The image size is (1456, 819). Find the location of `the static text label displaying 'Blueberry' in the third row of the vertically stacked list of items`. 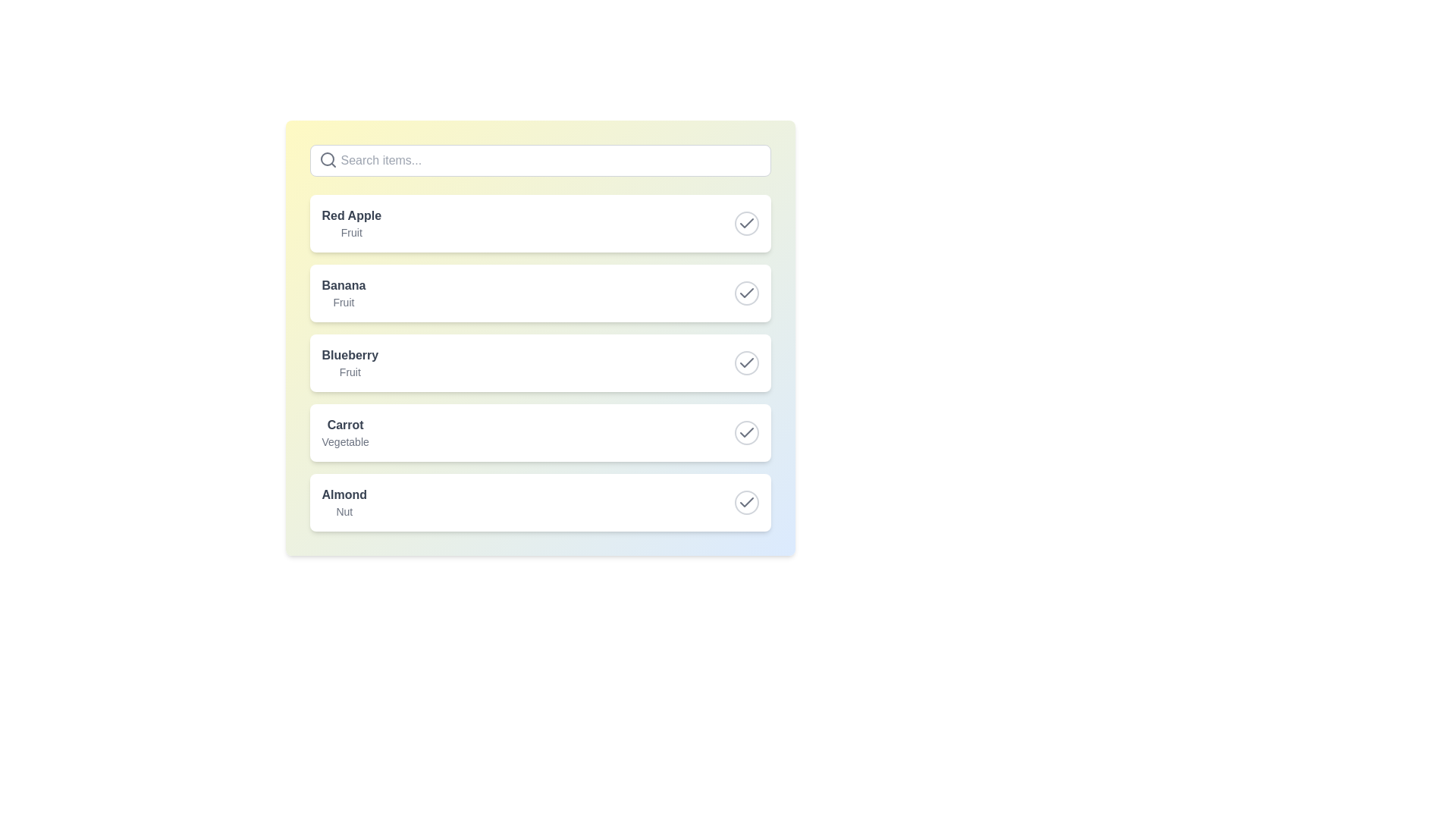

the static text label displaying 'Blueberry' in the third row of the vertically stacked list of items is located at coordinates (349, 362).